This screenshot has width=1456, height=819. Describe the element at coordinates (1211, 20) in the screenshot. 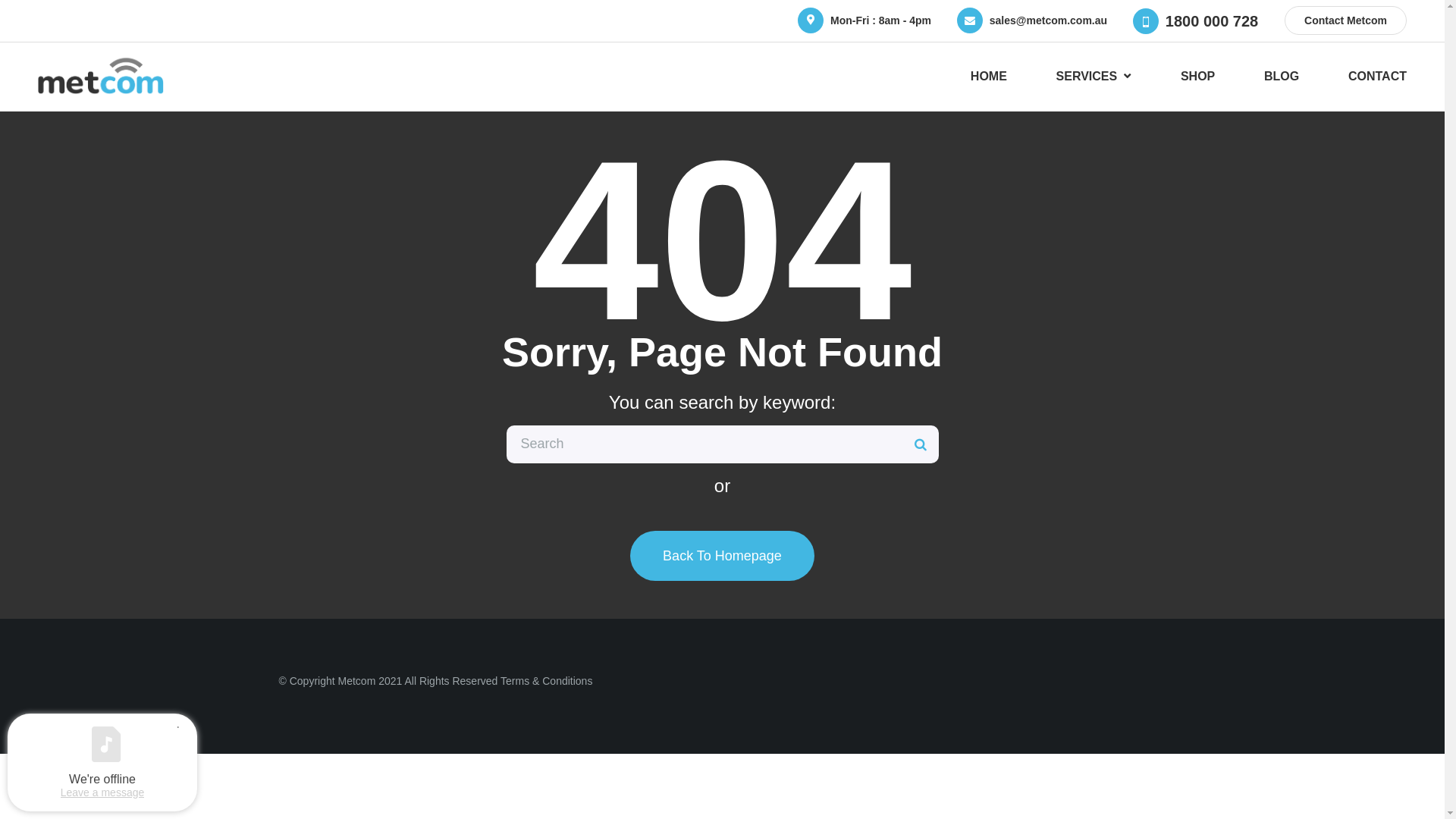

I see `'1800 000 728'` at that location.